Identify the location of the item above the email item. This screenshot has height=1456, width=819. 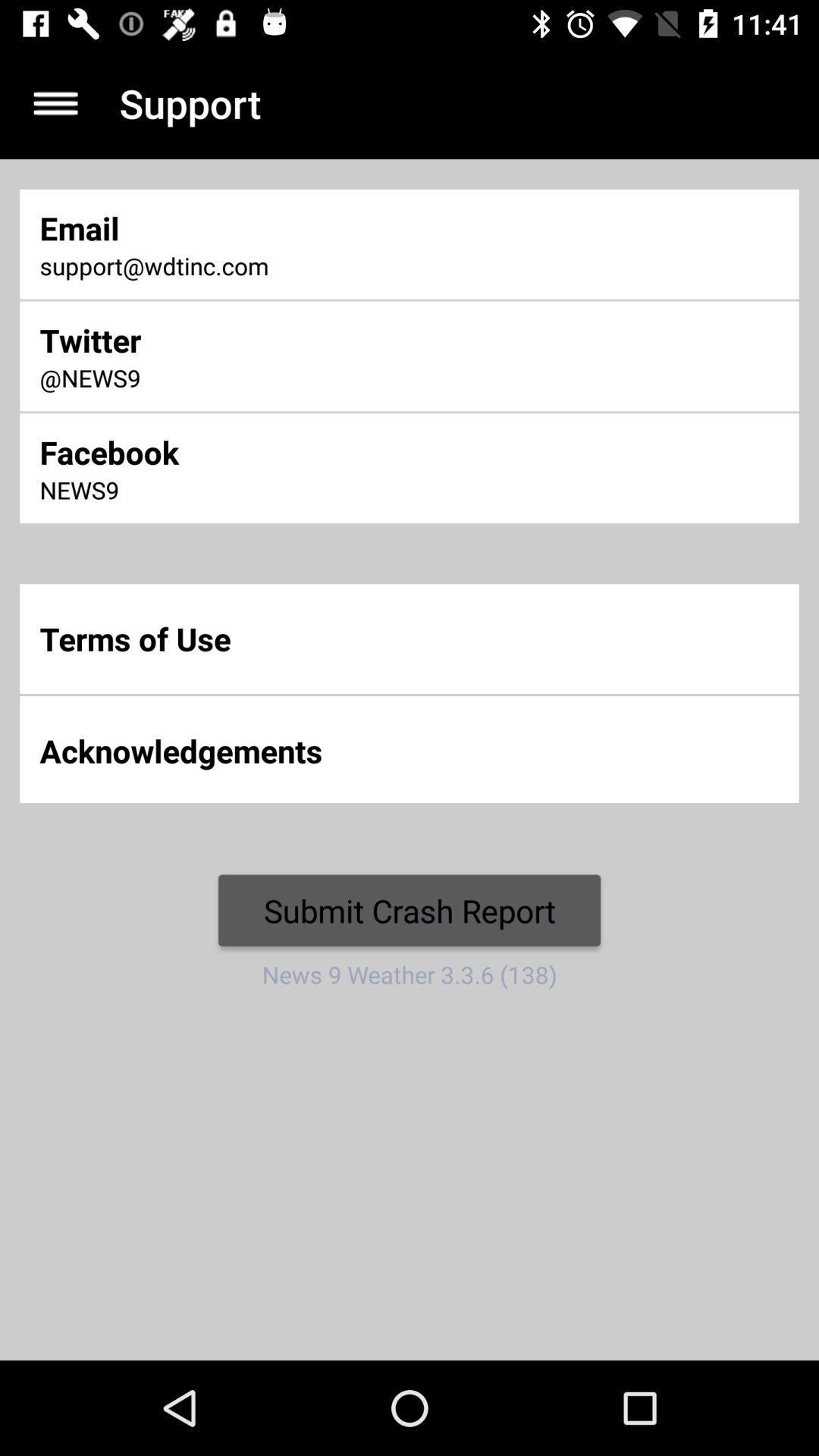
(55, 102).